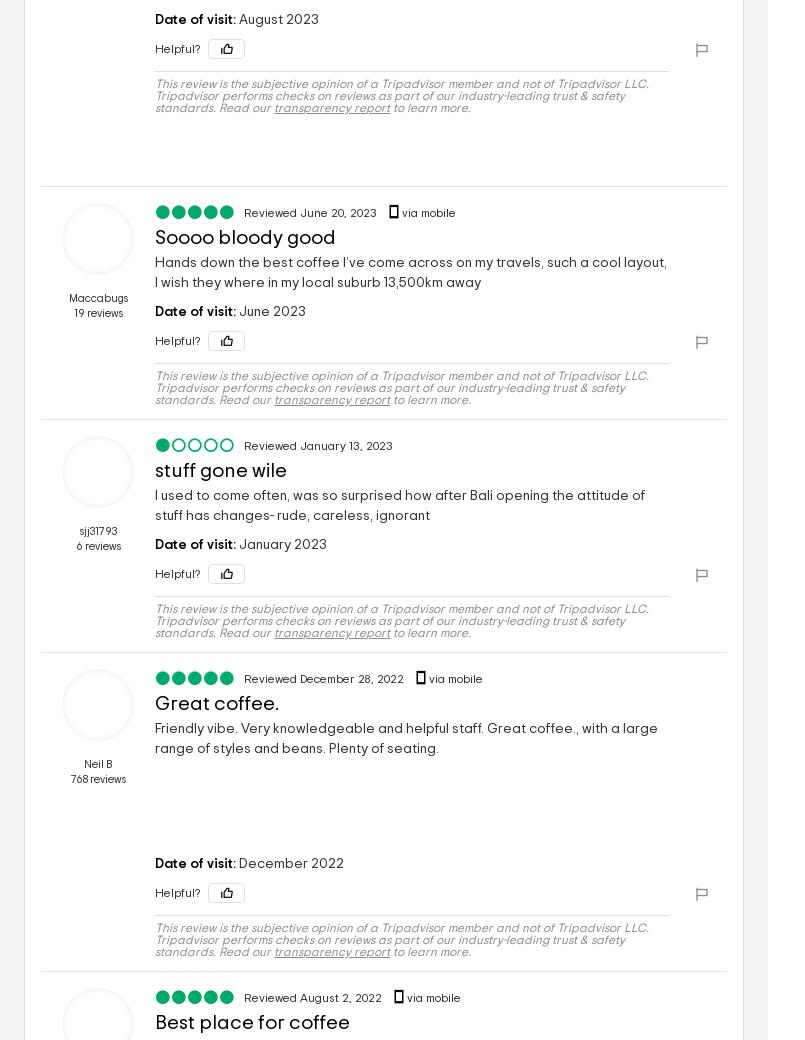 The image size is (805, 1040). I want to click on 'Great coffee.', so click(154, 703).